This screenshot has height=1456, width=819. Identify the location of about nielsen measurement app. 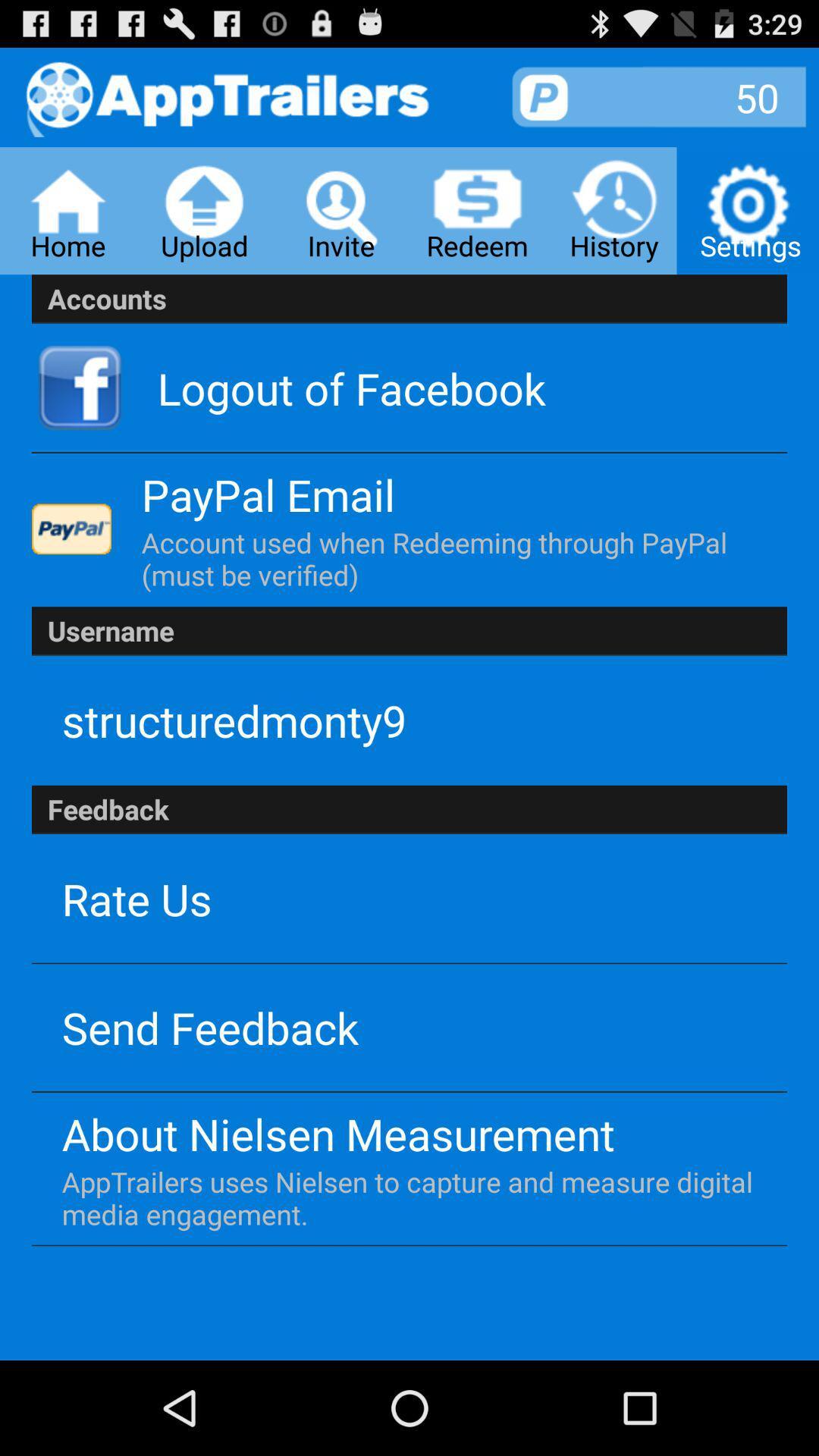
(337, 1134).